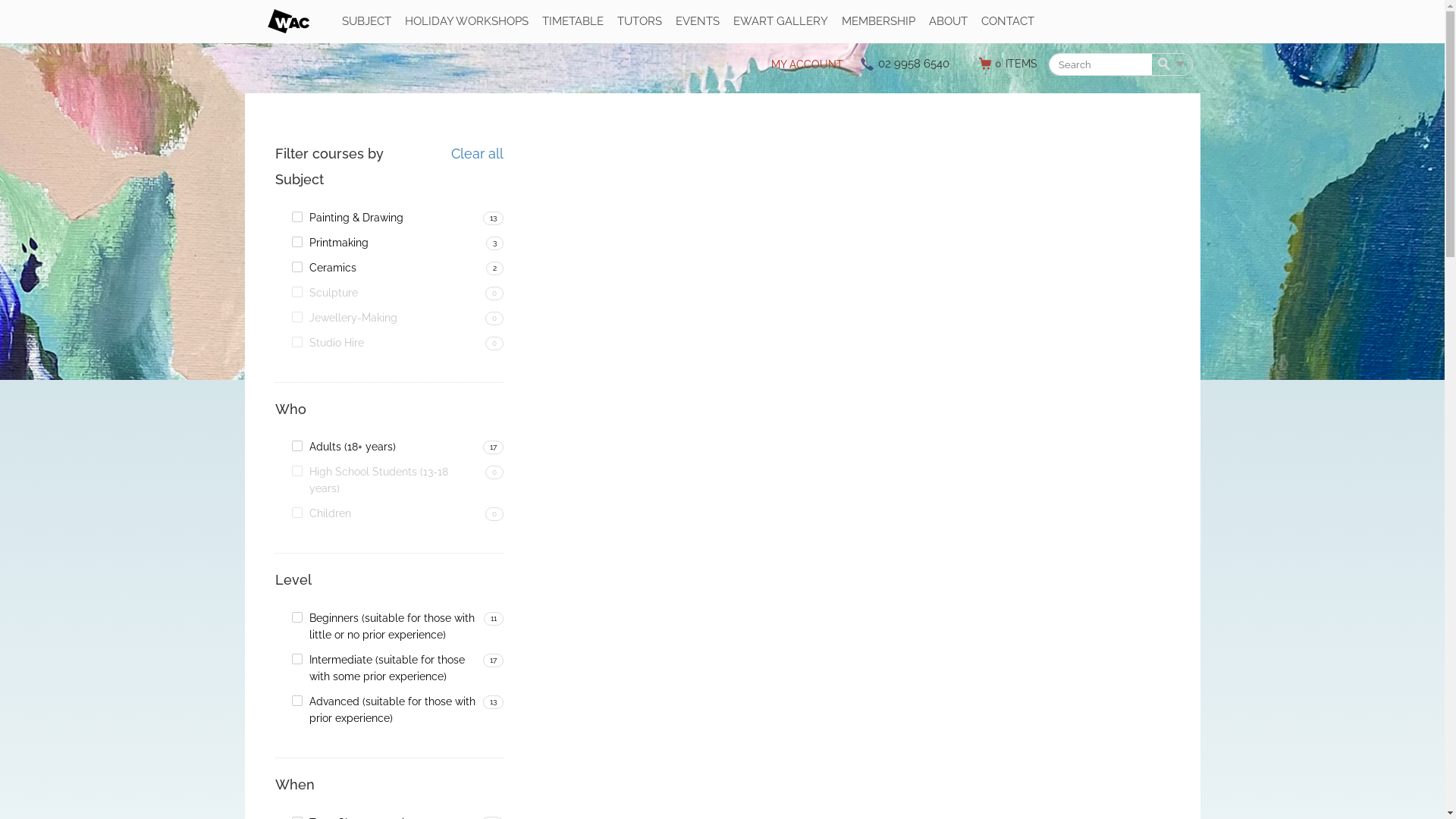  What do you see at coordinates (475, 154) in the screenshot?
I see `'Clear all'` at bounding box center [475, 154].